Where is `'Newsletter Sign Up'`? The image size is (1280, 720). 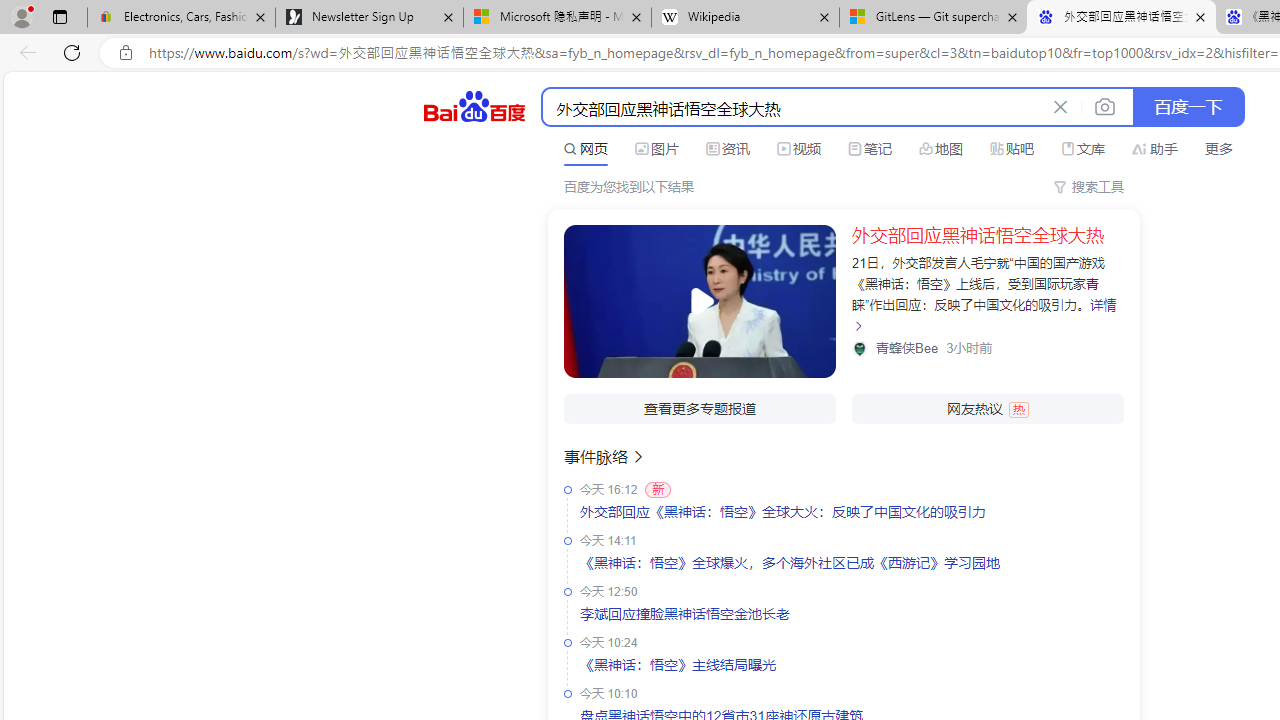 'Newsletter Sign Up' is located at coordinates (369, 17).